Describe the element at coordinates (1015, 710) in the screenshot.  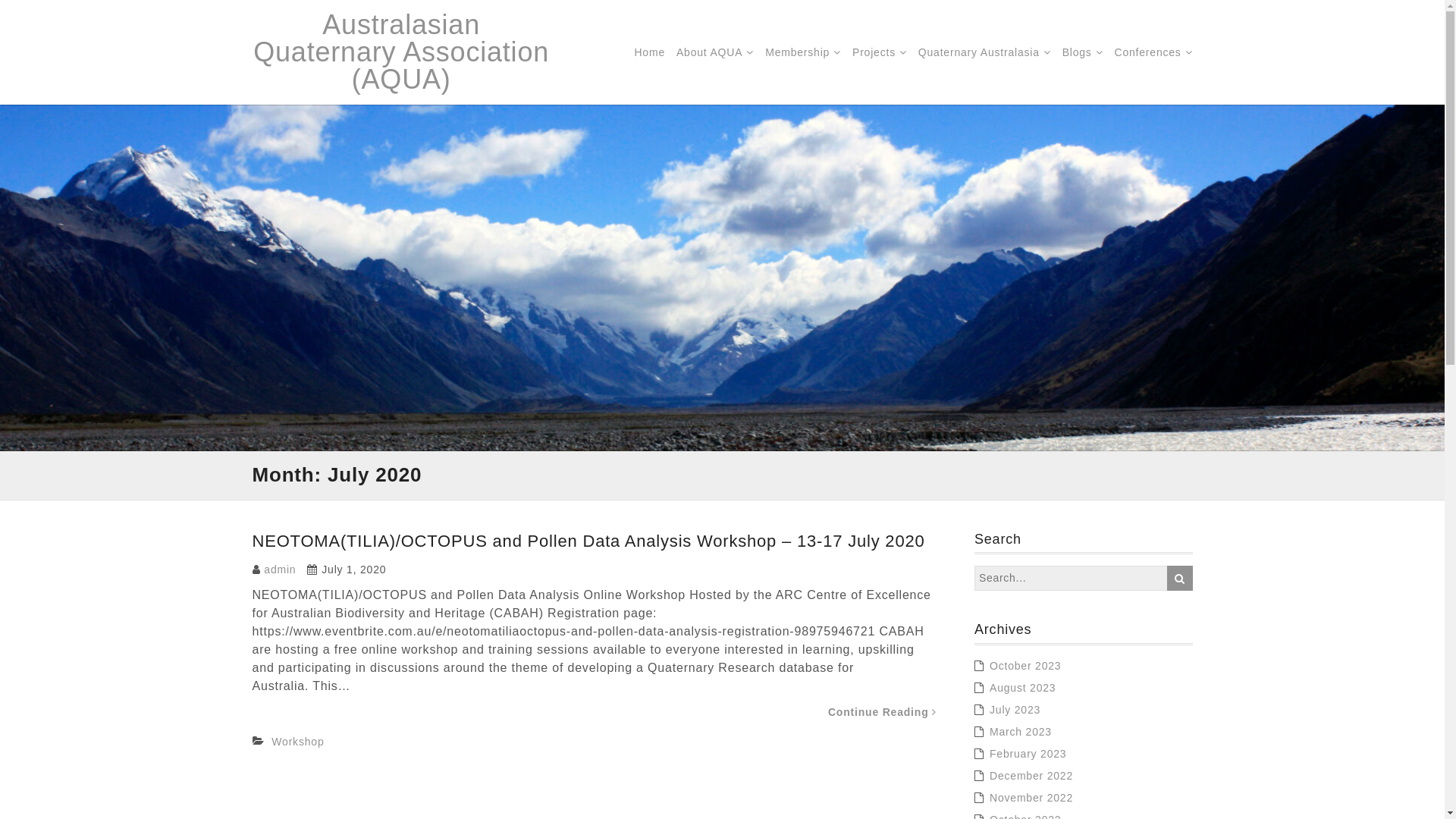
I see `'July 2023'` at that location.